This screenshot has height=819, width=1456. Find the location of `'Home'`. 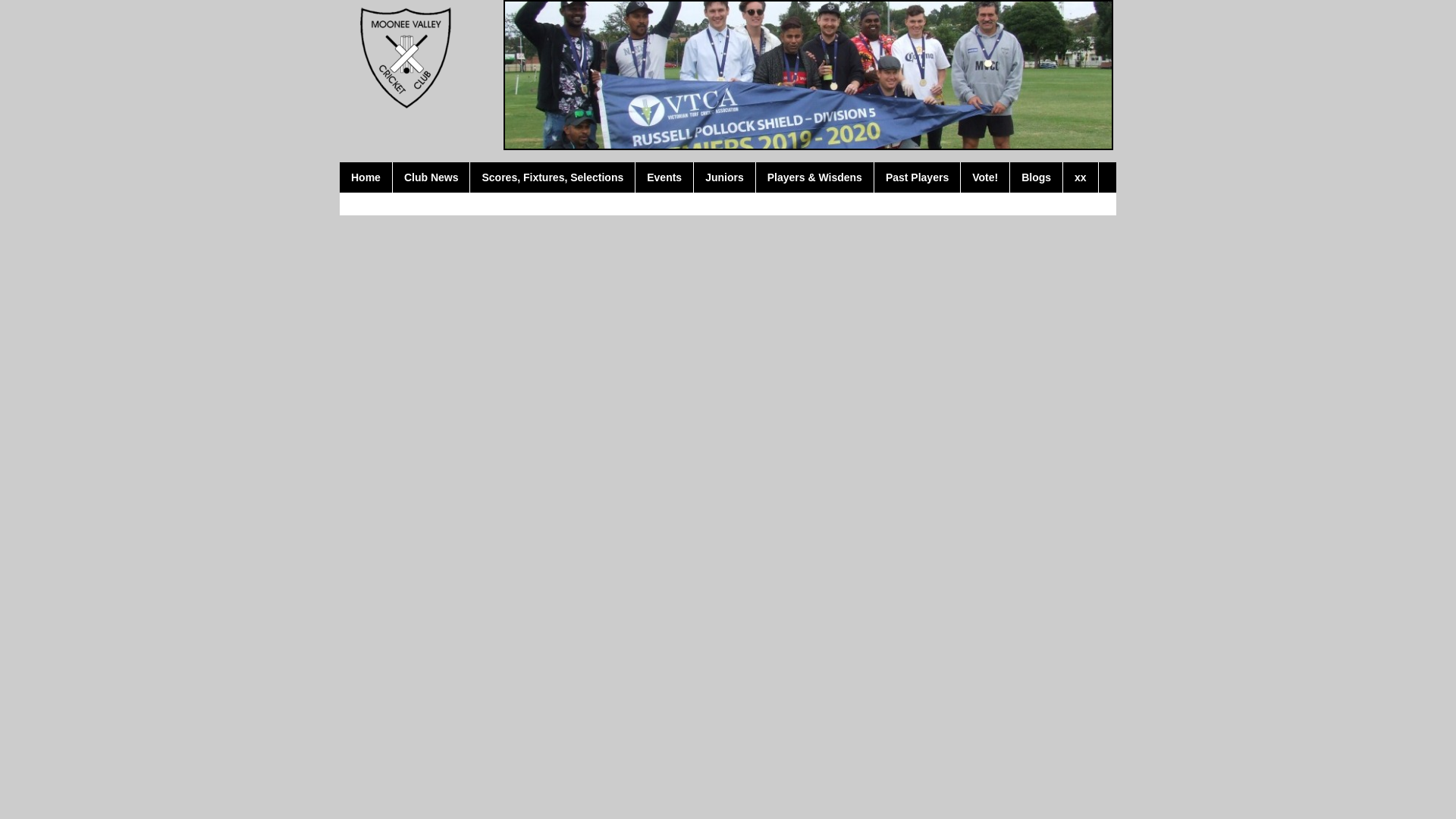

'Home' is located at coordinates (366, 177).